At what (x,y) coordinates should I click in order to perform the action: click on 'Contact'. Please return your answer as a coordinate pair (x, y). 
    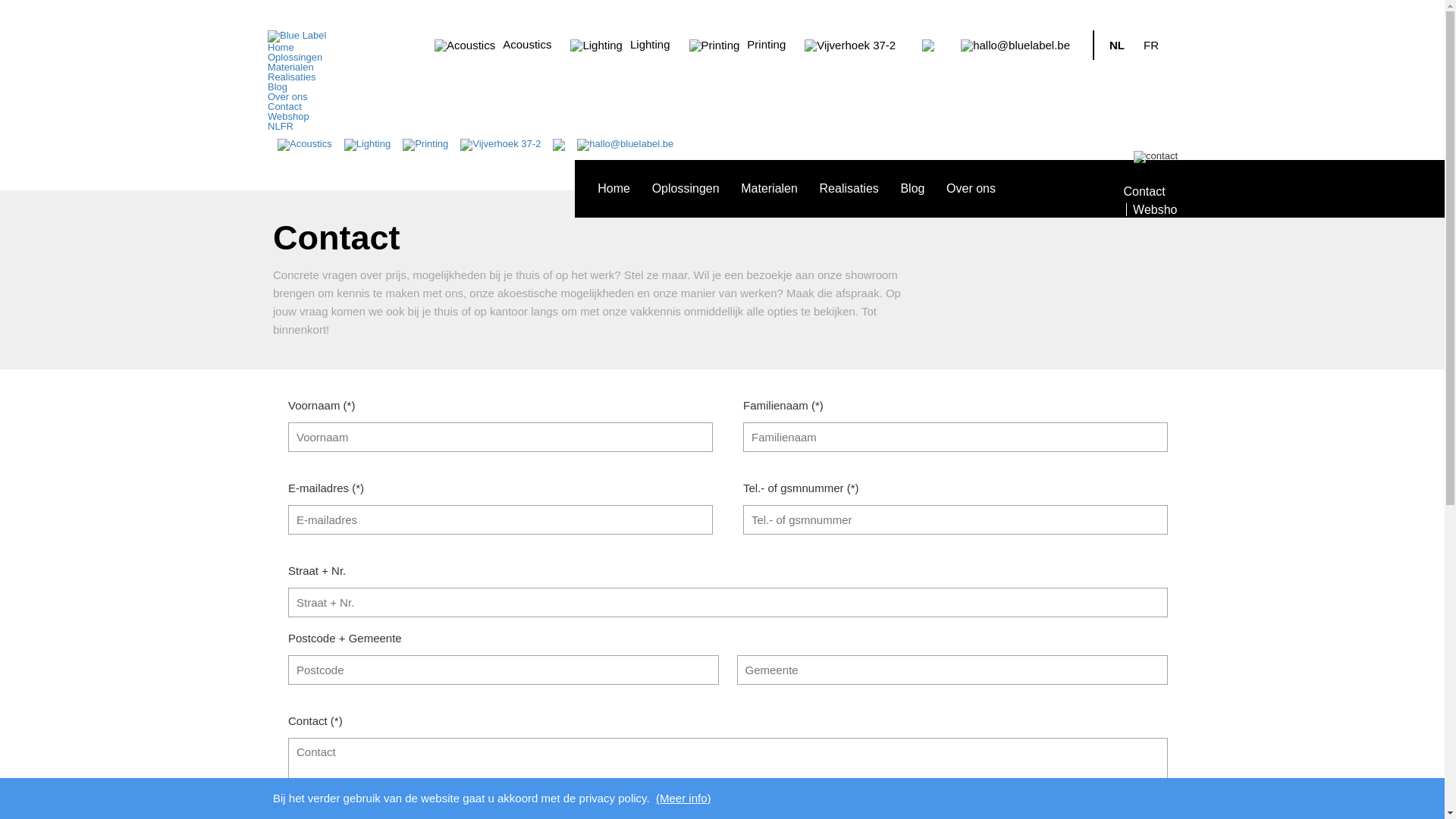
    Looking at the image, I should click on (1123, 190).